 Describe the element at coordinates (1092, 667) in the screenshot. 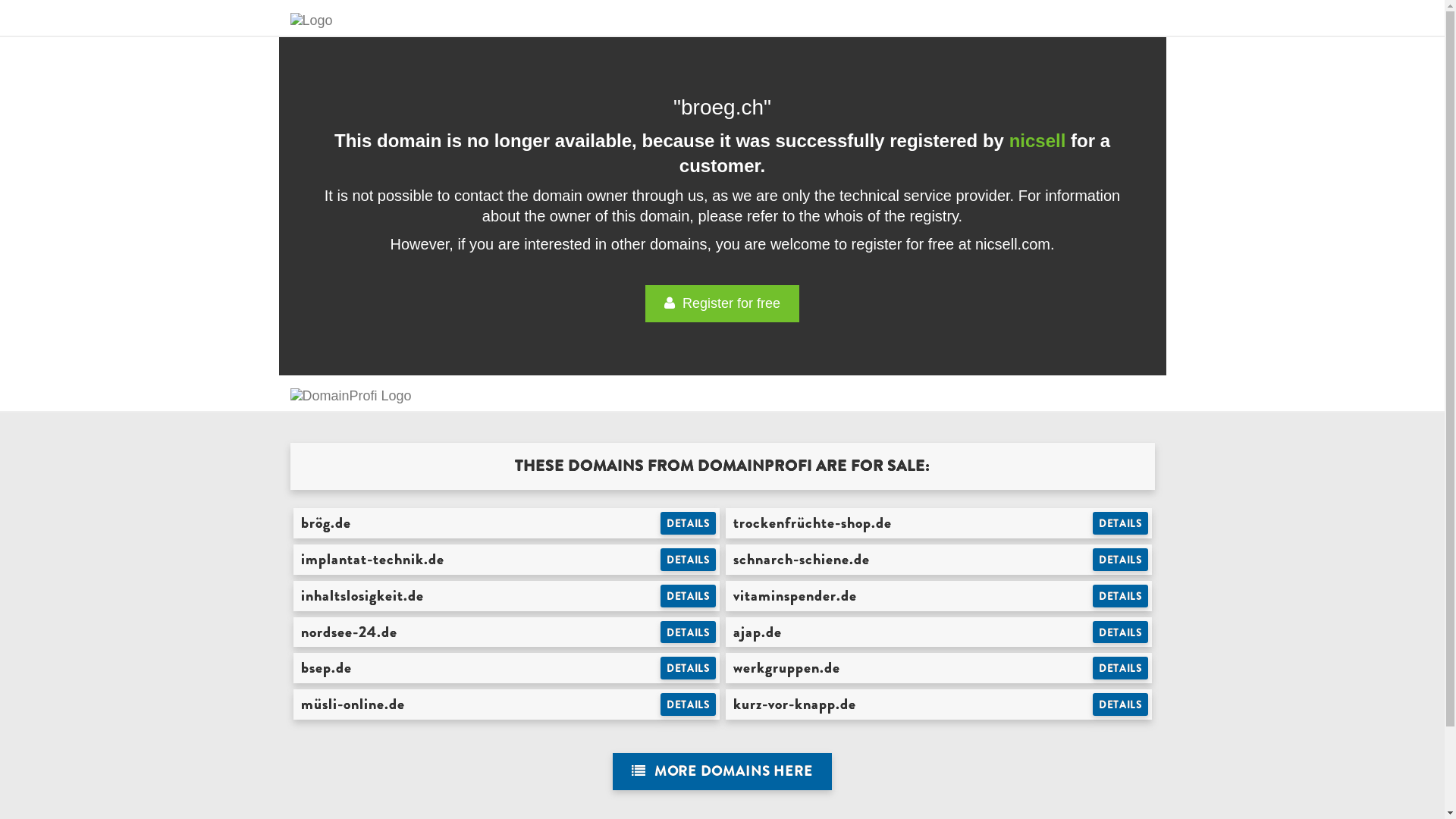

I see `'DETAILS'` at that location.